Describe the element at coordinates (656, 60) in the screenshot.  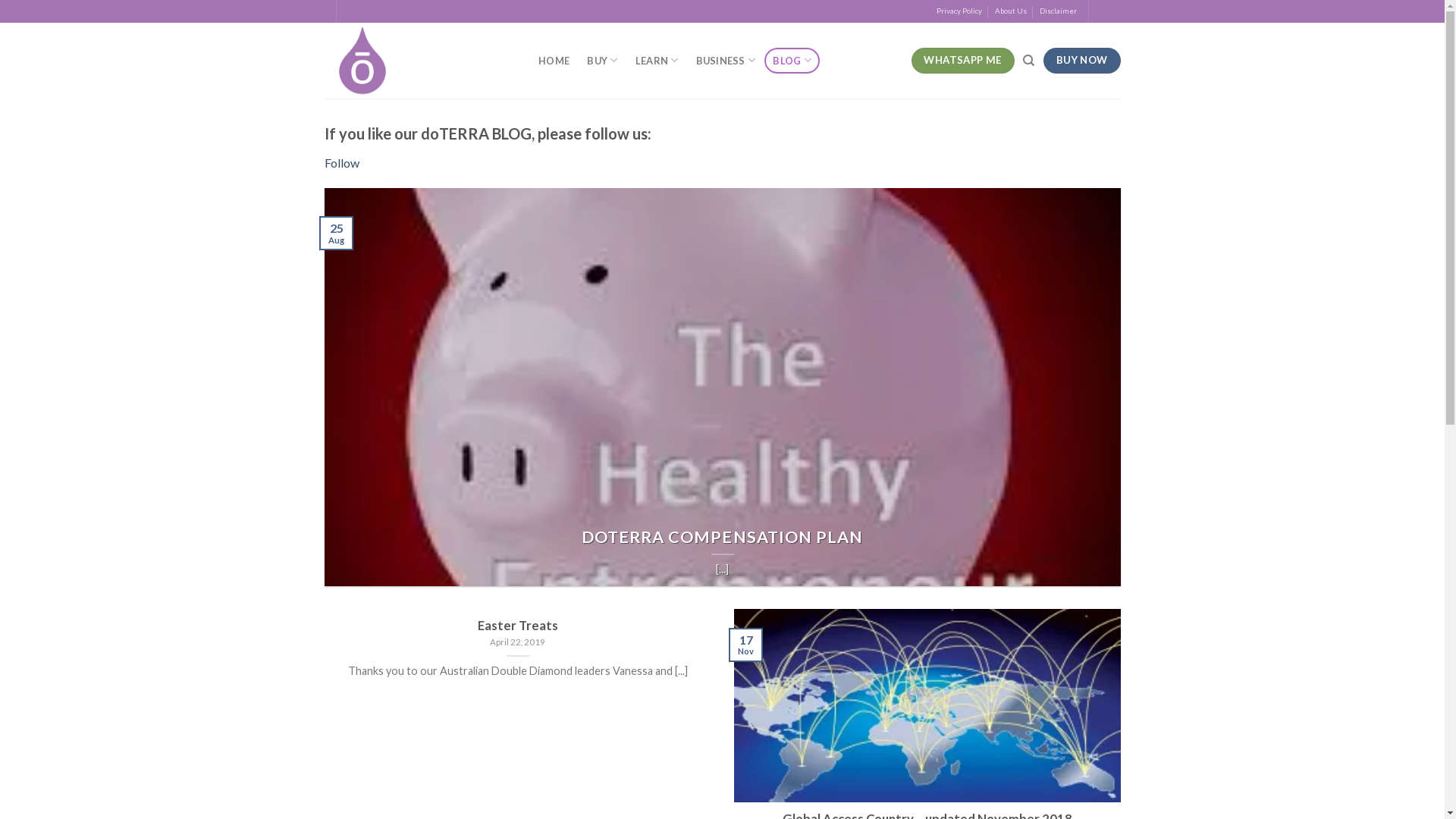
I see `'LEARN'` at that location.